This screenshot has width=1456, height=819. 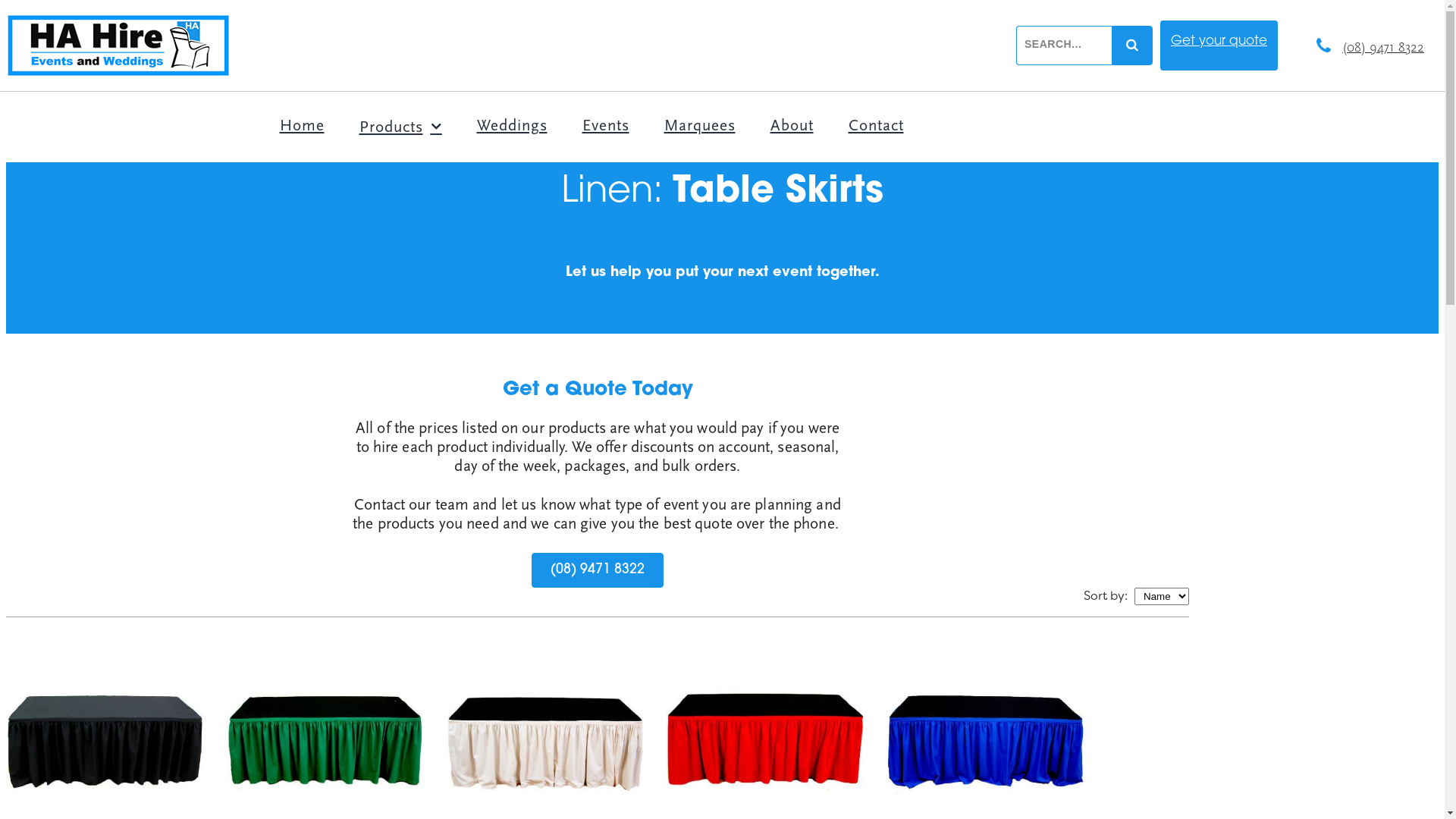 What do you see at coordinates (604, 125) in the screenshot?
I see `'Events'` at bounding box center [604, 125].